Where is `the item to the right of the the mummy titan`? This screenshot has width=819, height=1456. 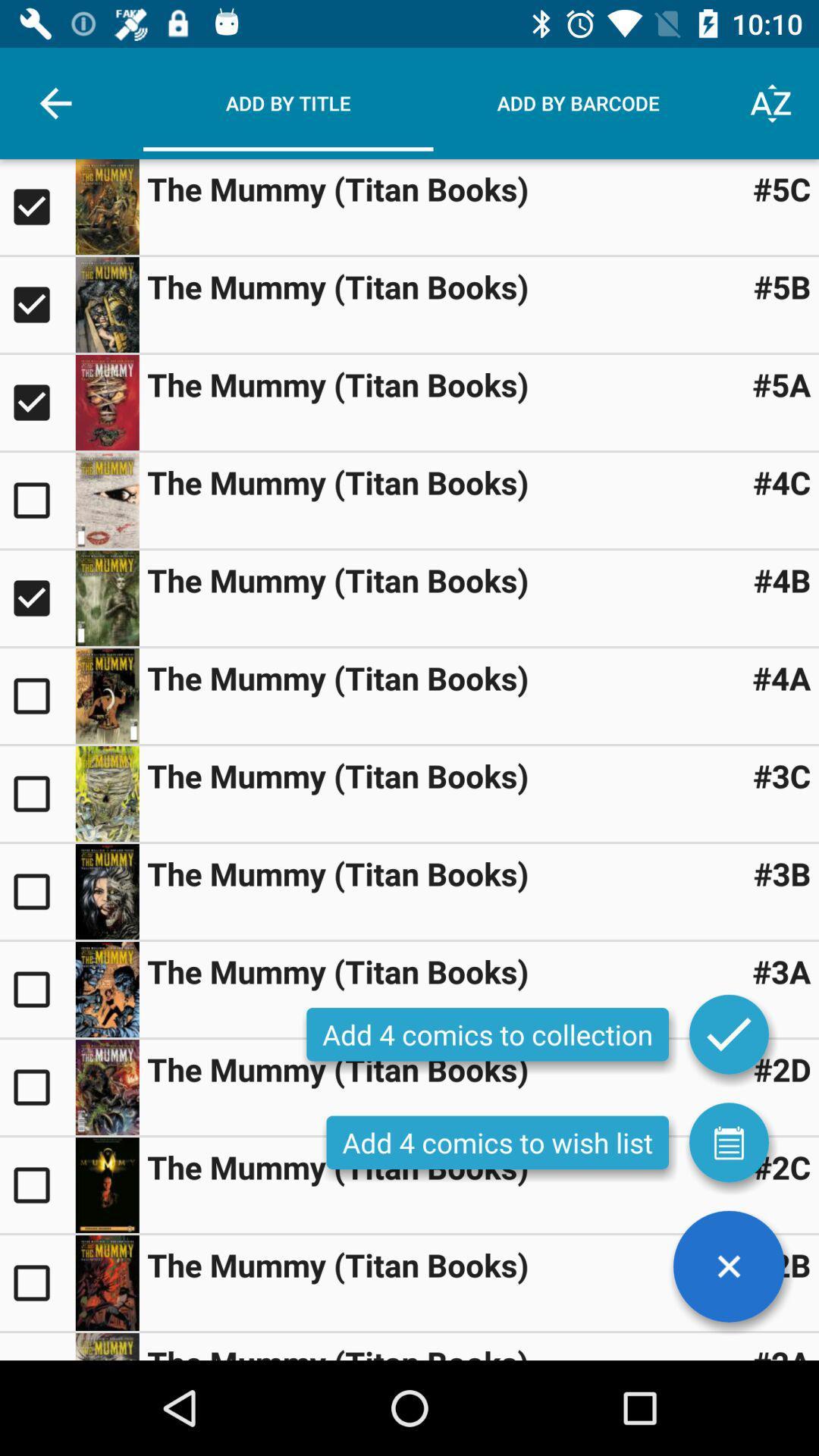 the item to the right of the the mummy titan is located at coordinates (782, 1068).